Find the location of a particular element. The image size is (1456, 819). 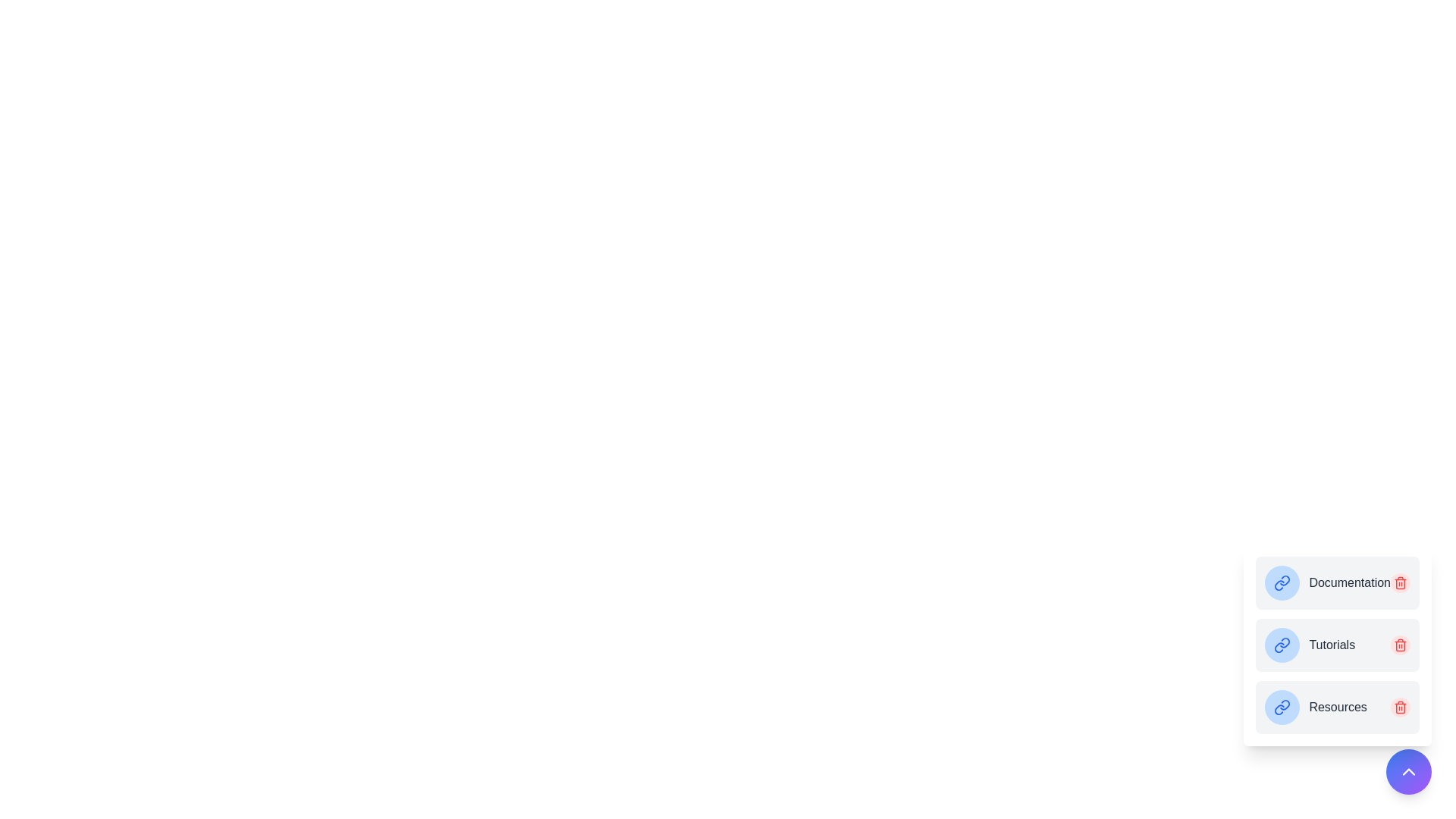

the menu item Resources is located at coordinates (1338, 708).